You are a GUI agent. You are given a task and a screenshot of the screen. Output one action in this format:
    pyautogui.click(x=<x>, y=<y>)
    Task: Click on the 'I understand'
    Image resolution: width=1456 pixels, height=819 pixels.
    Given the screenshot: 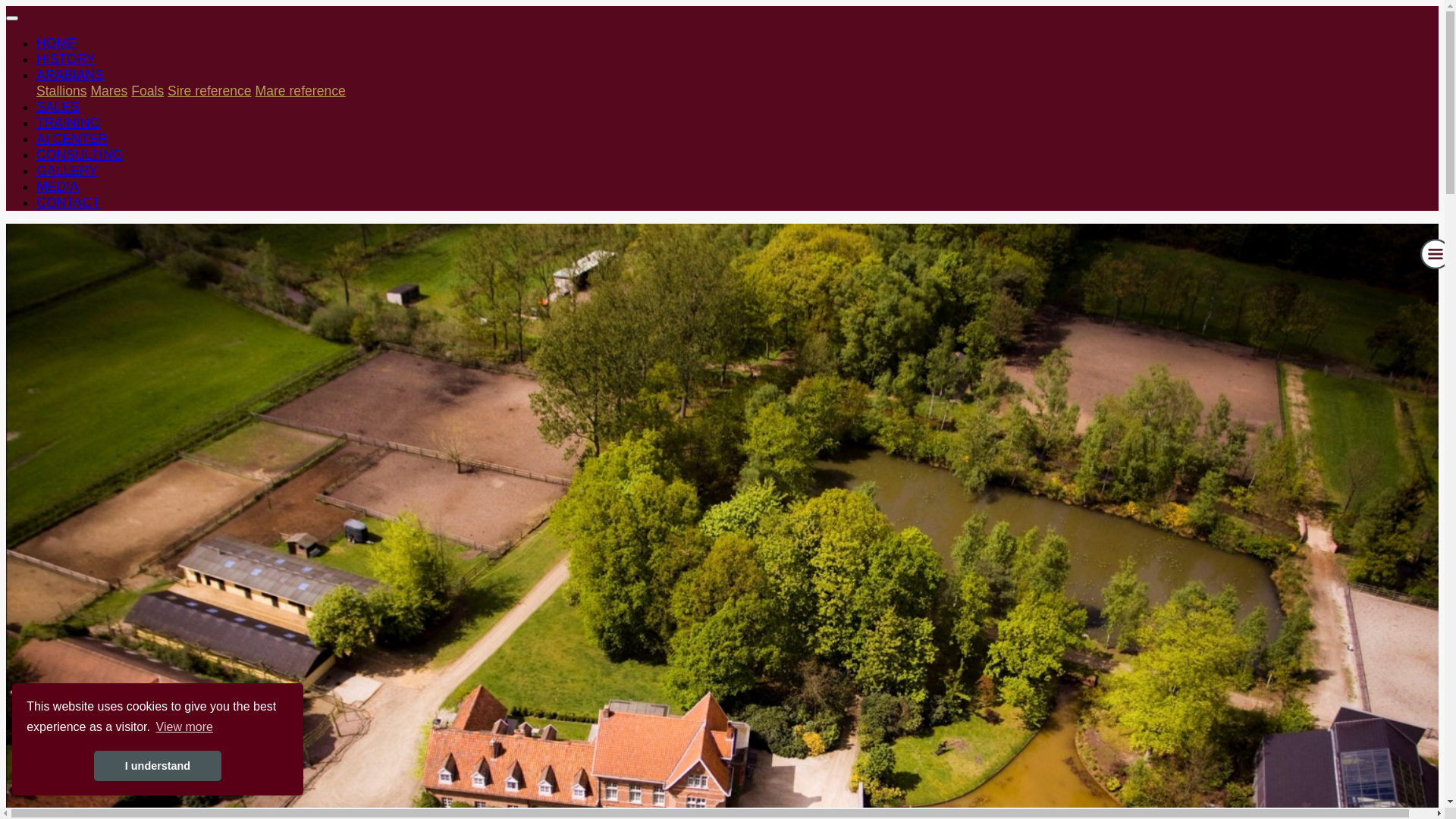 What is the action you would take?
    pyautogui.click(x=157, y=766)
    